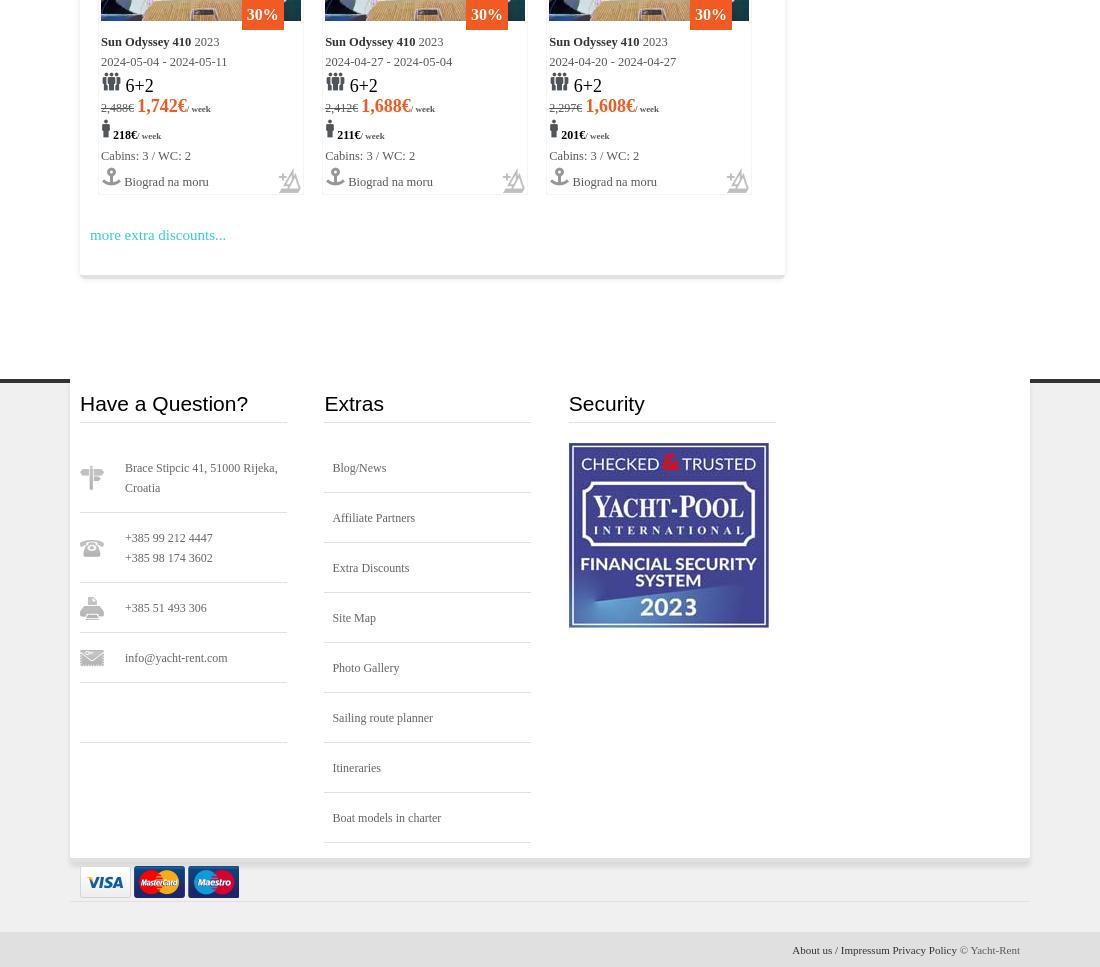  Describe the element at coordinates (370, 567) in the screenshot. I see `'Extra Discounts'` at that location.